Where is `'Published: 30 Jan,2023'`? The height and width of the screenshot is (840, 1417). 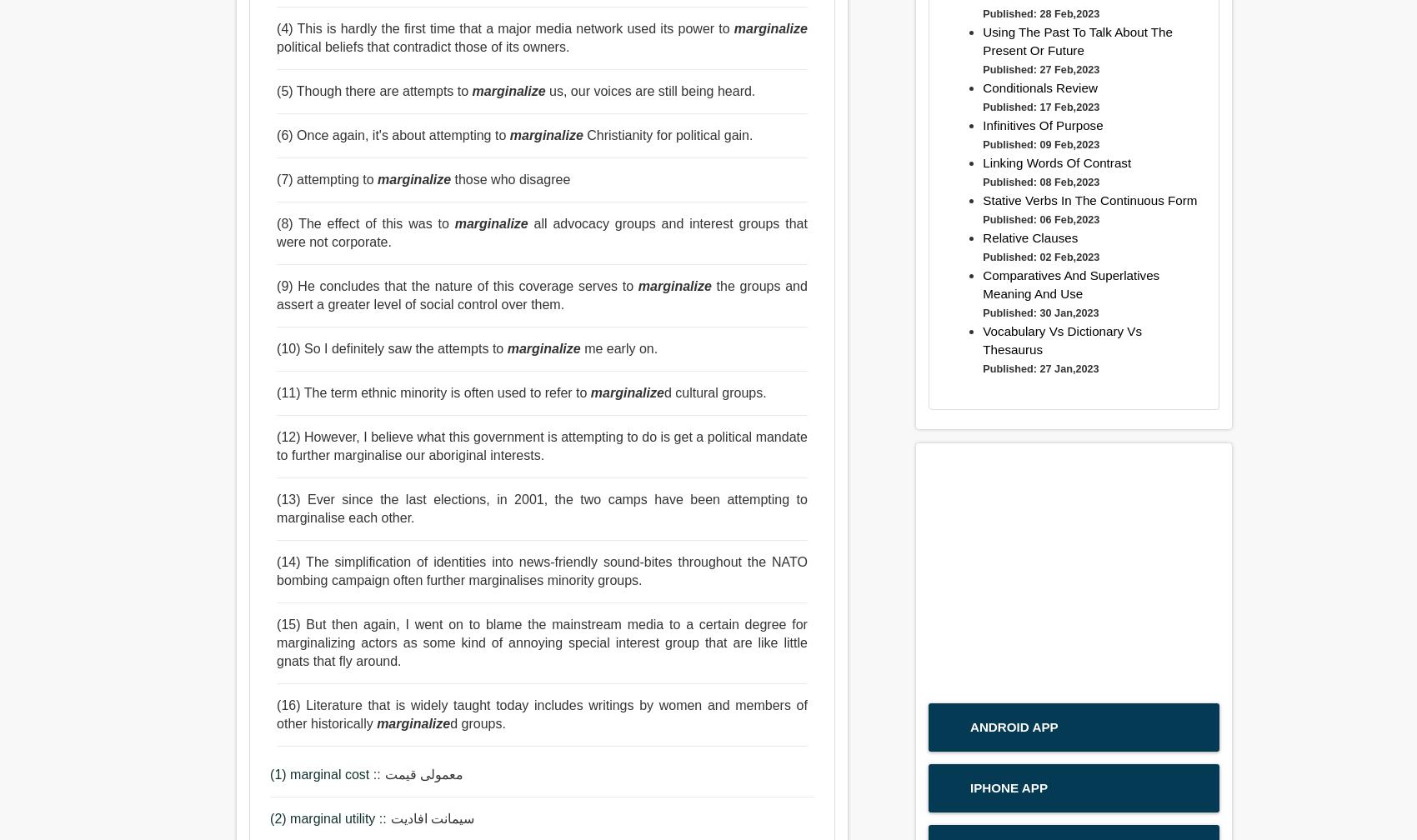 'Published: 30 Jan,2023' is located at coordinates (1039, 312).